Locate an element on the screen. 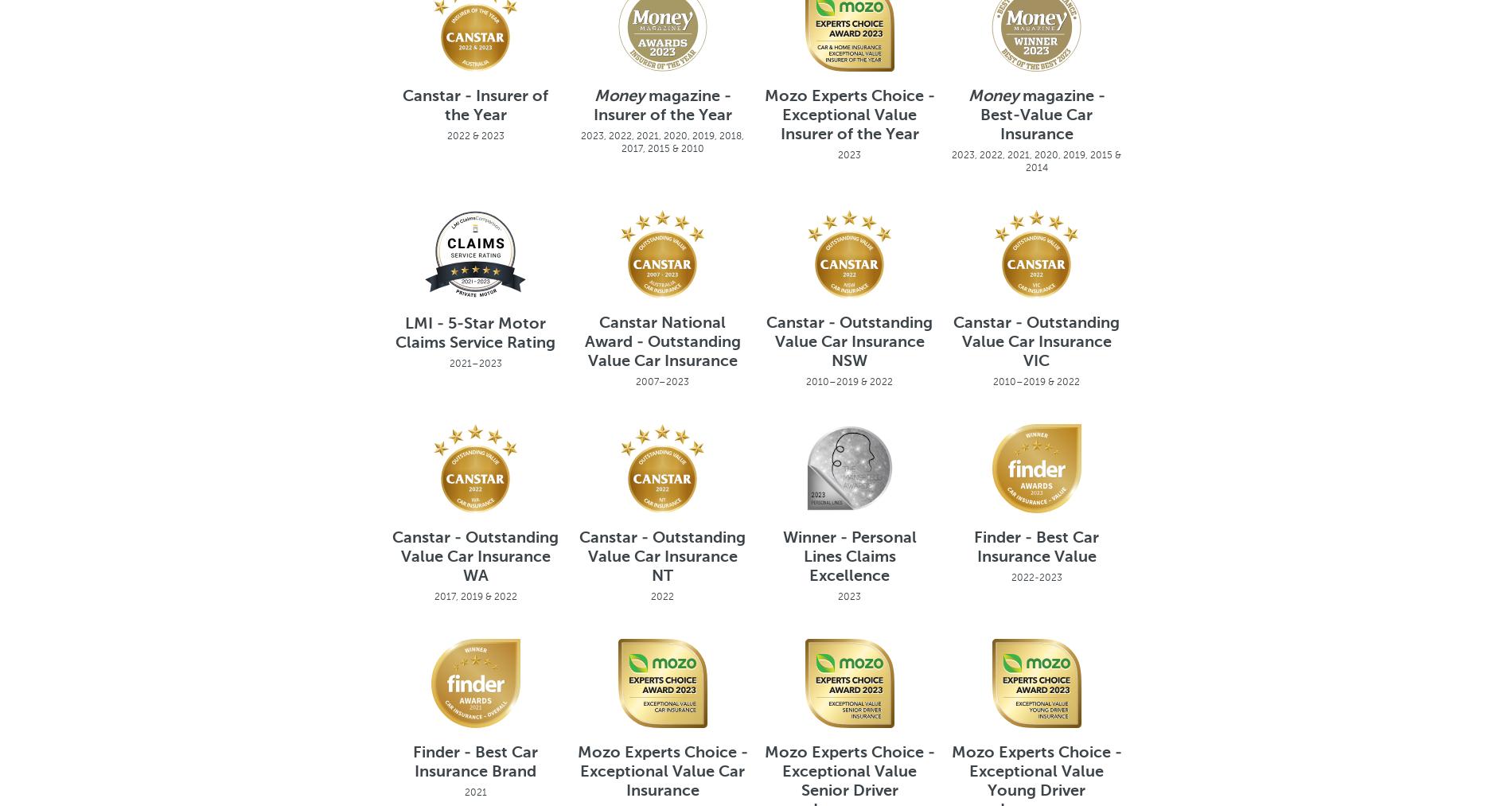  'Mozo Experts Choice - Exceptional Value Car Insurance' is located at coordinates (661, 772).